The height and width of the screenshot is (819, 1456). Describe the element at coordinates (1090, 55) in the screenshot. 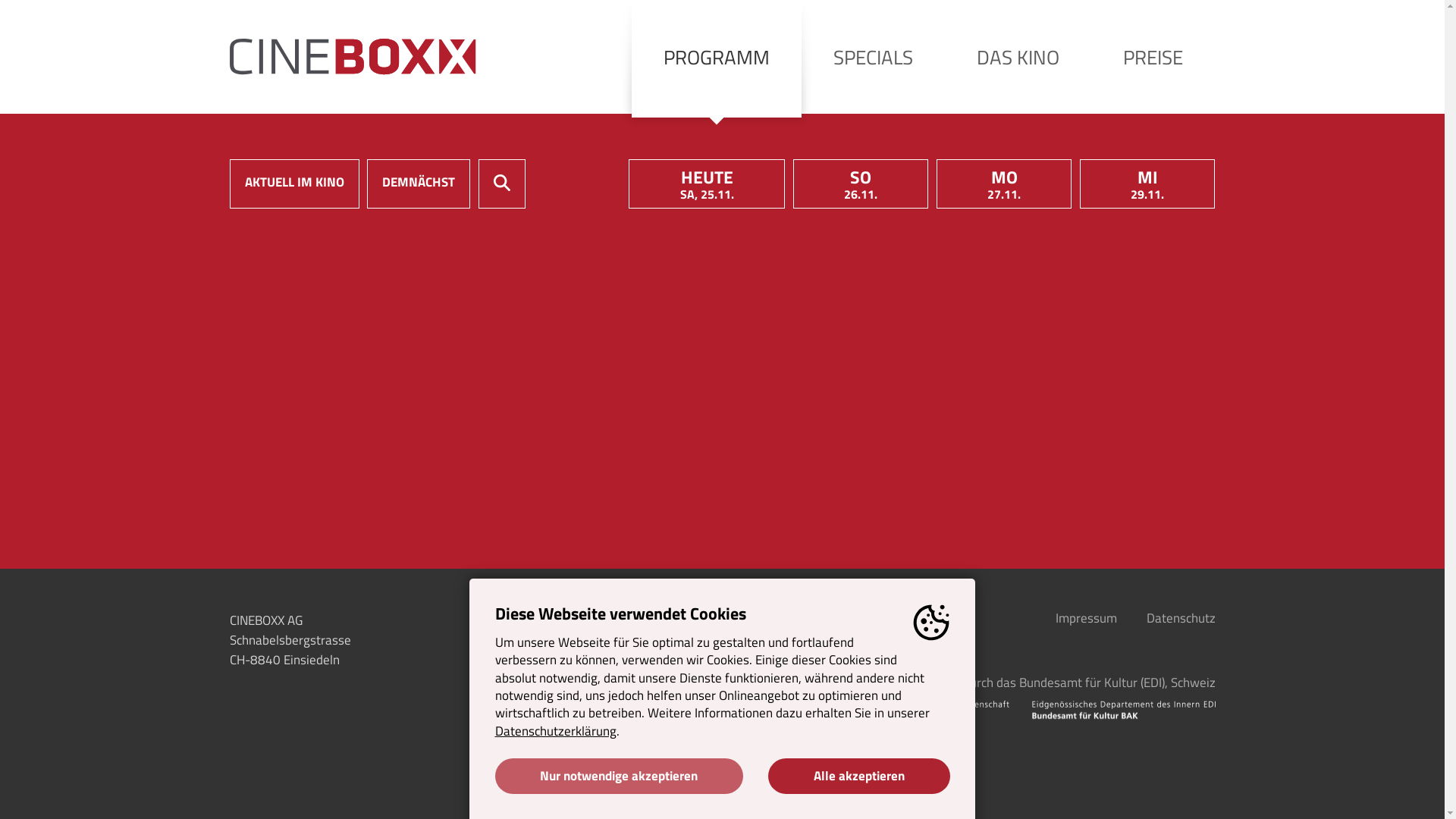

I see `'PREISE'` at that location.